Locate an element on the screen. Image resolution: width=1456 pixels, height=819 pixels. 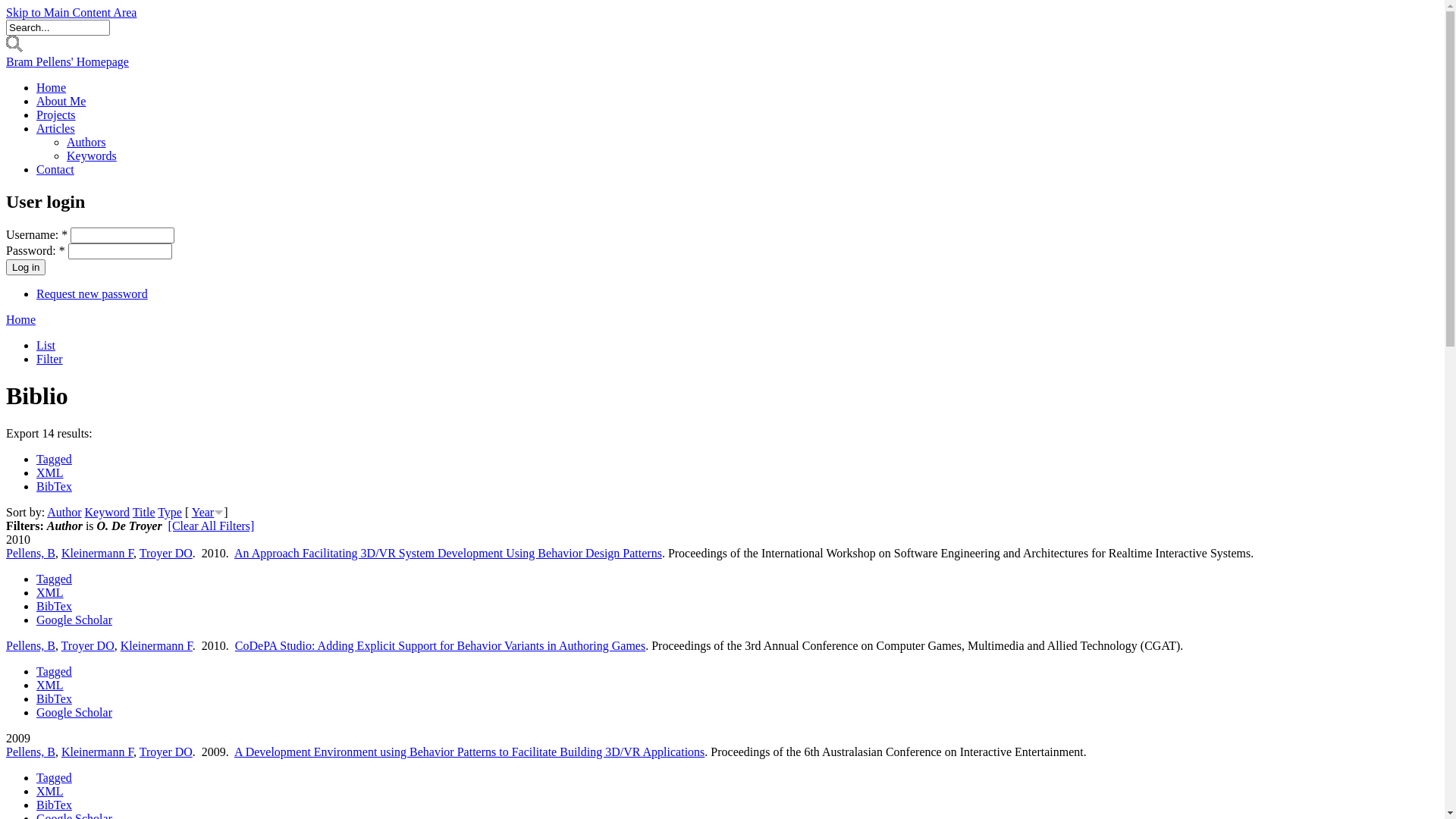
'Google Scholar' is located at coordinates (73, 620).